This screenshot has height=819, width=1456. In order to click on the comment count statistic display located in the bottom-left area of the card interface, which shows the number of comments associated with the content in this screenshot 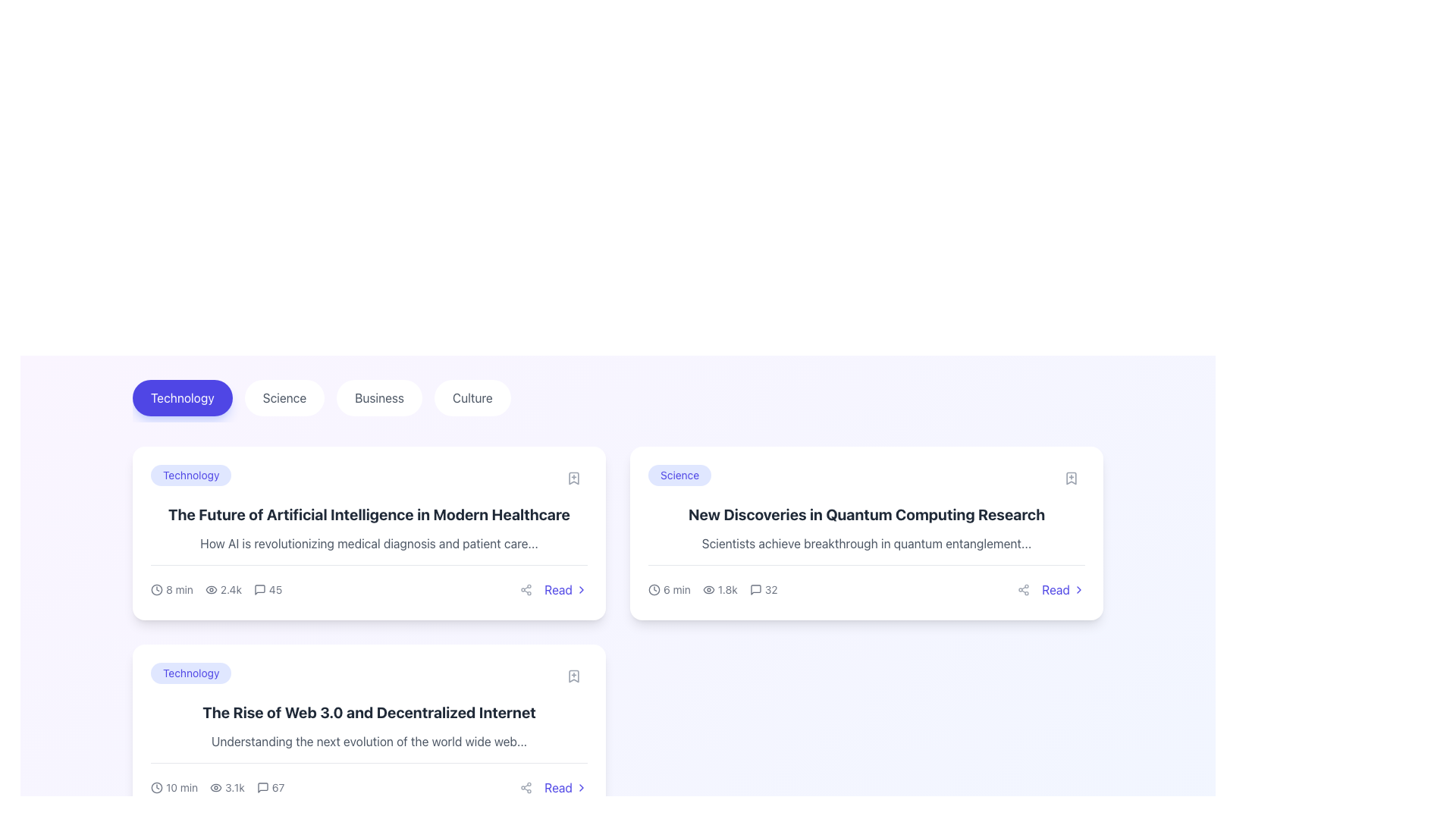, I will do `click(268, 589)`.